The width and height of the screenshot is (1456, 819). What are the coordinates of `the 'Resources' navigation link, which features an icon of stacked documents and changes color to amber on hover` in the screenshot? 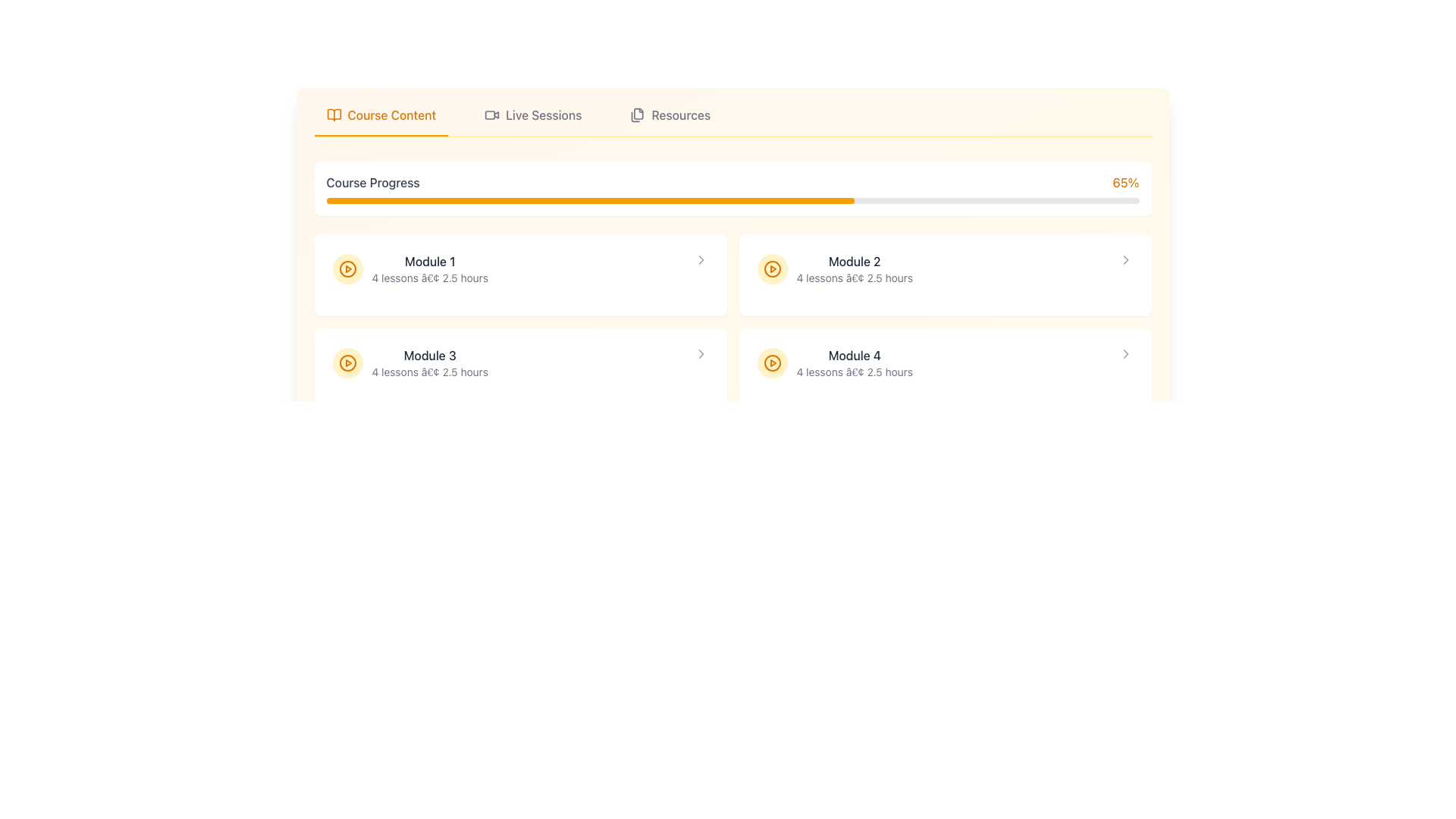 It's located at (670, 120).